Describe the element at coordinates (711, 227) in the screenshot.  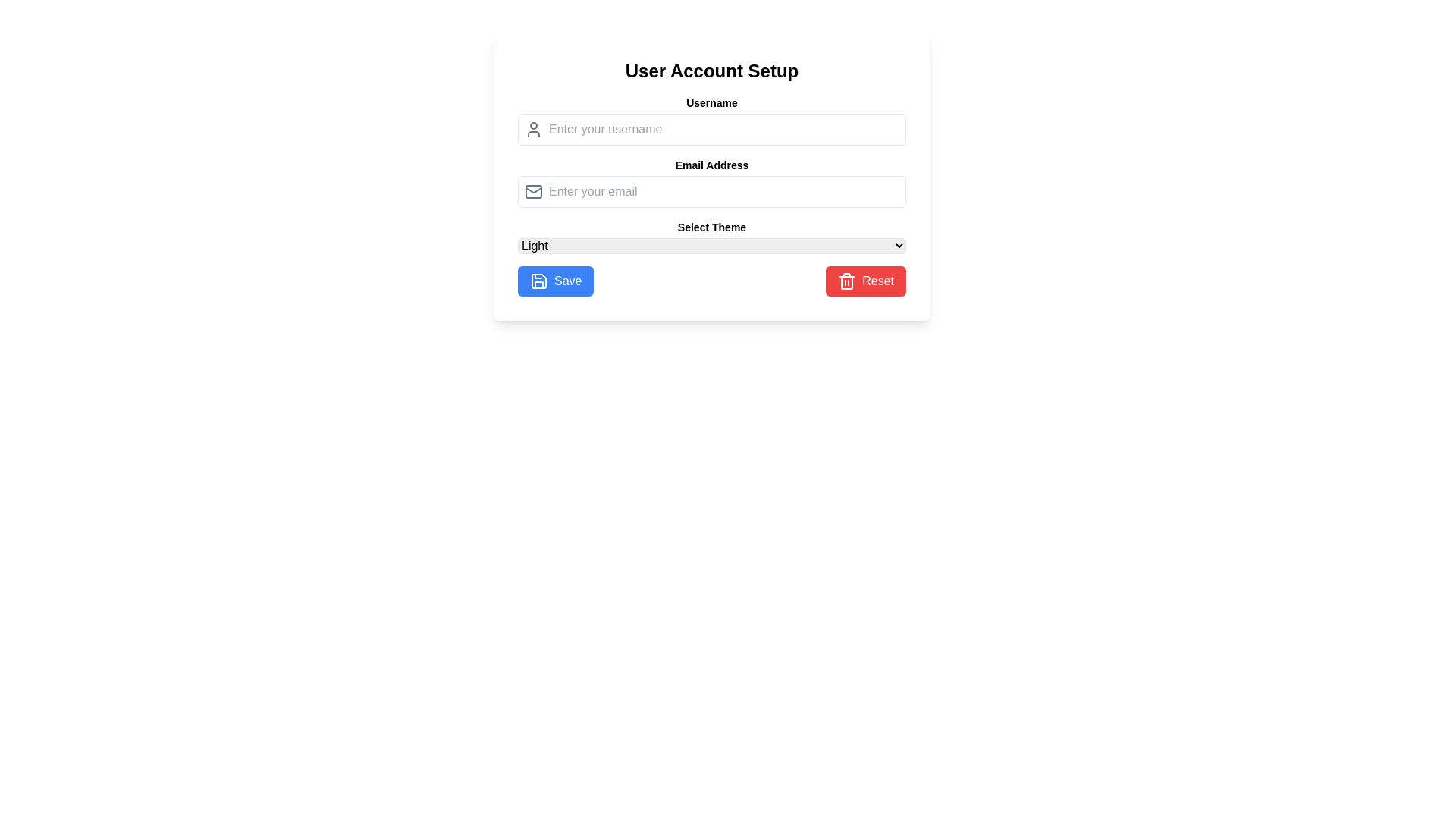
I see `the text label indicating the theme selection for the dropdown menu located near the top of the form` at that location.